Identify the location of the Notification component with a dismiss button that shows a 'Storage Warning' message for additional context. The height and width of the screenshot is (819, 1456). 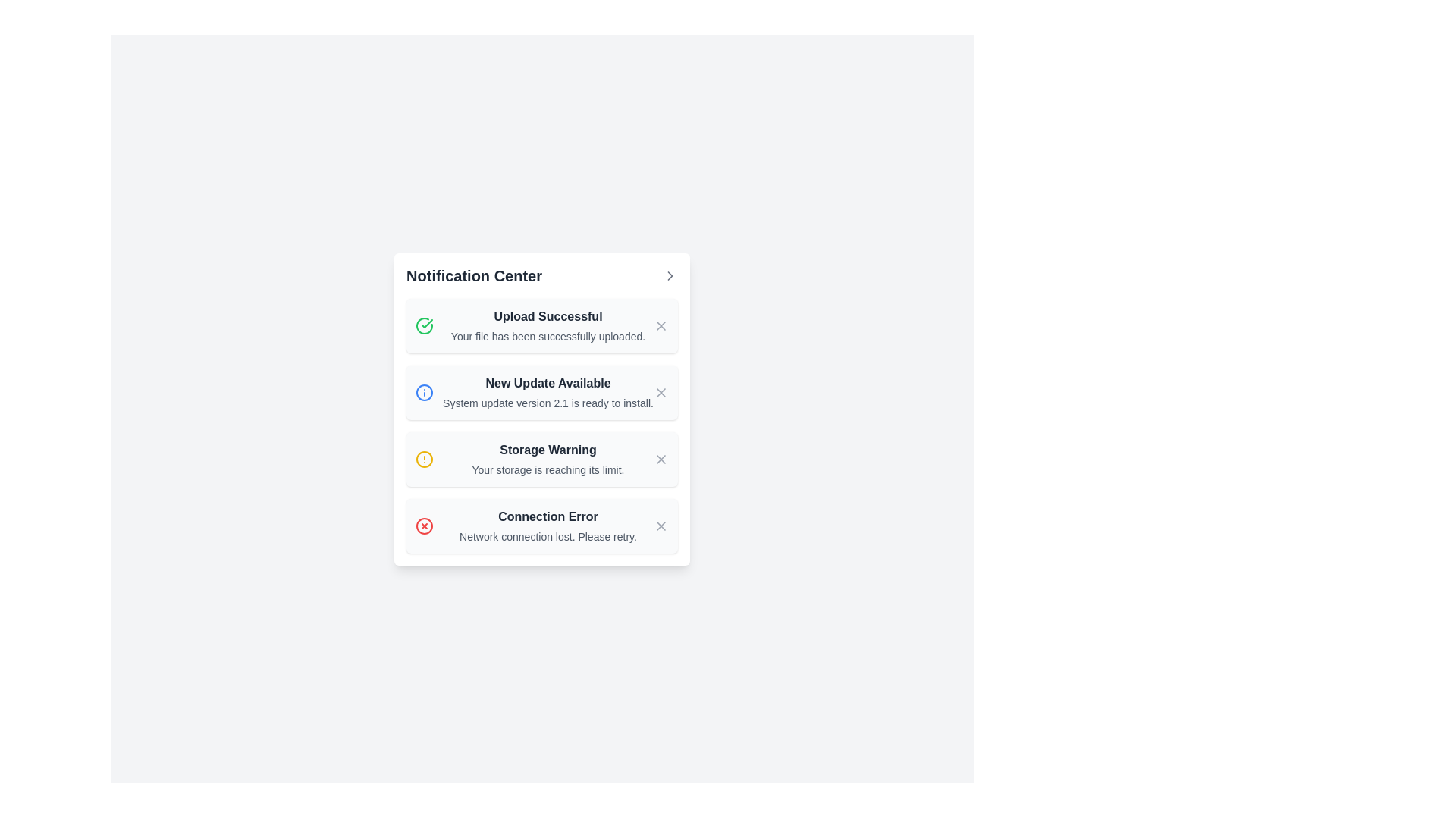
(542, 458).